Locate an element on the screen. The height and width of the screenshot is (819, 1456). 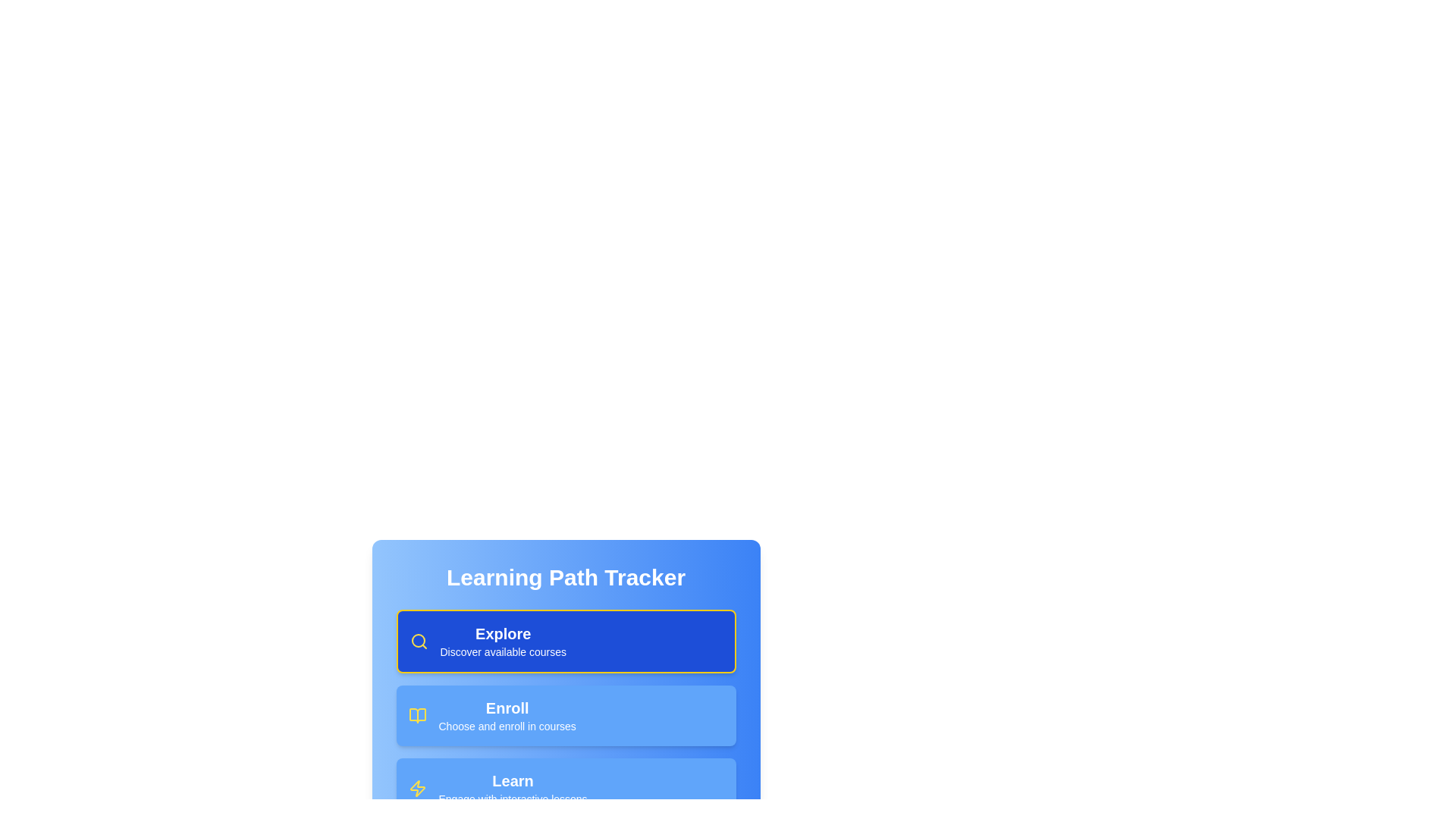
the second informational card that guides users to choose and enroll in courses, located between the 'Explore' and 'Learn' cards is located at coordinates (565, 716).